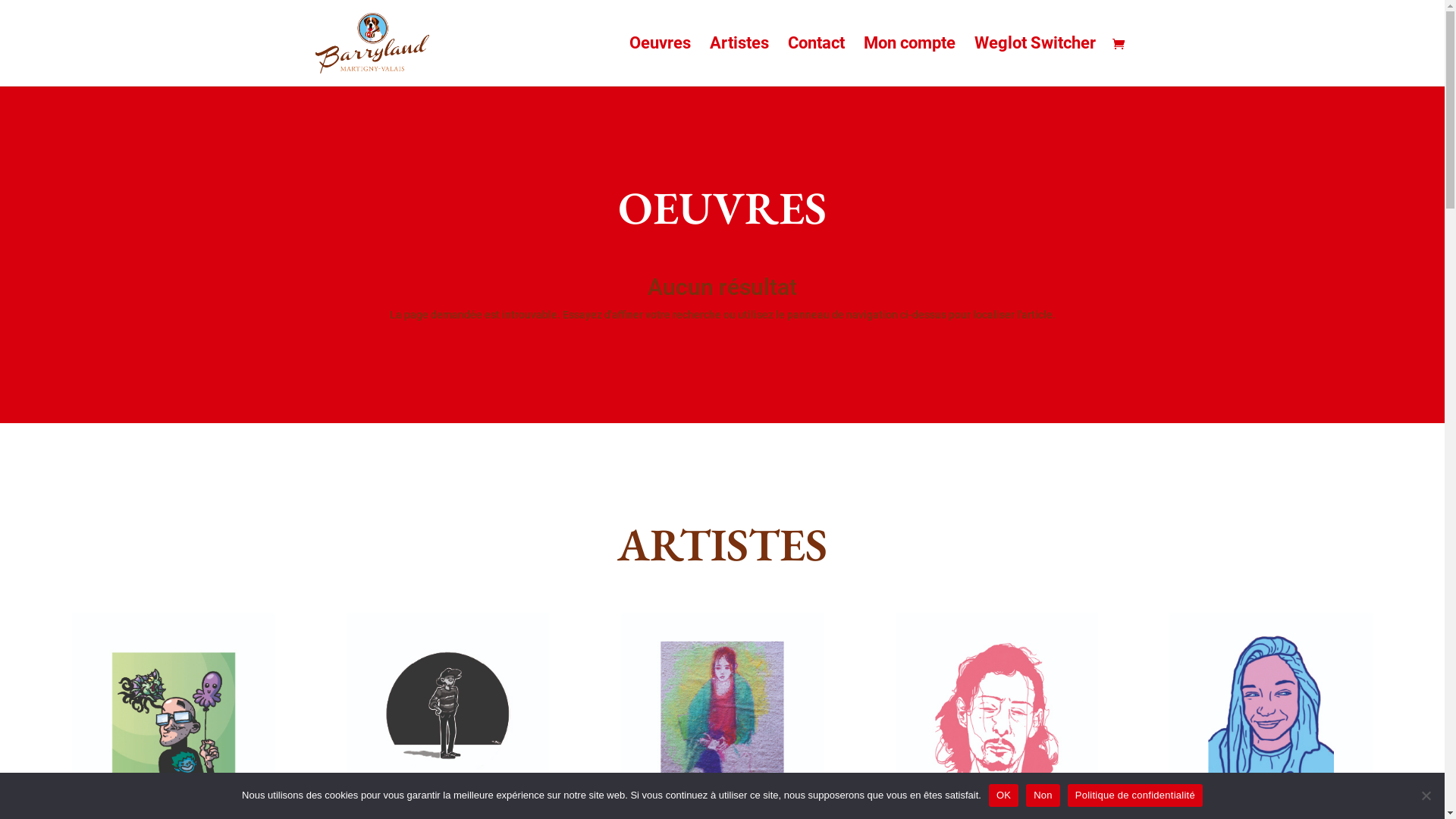 The image size is (1456, 819). Describe the element at coordinates (739, 61) in the screenshot. I see `'Artistes'` at that location.